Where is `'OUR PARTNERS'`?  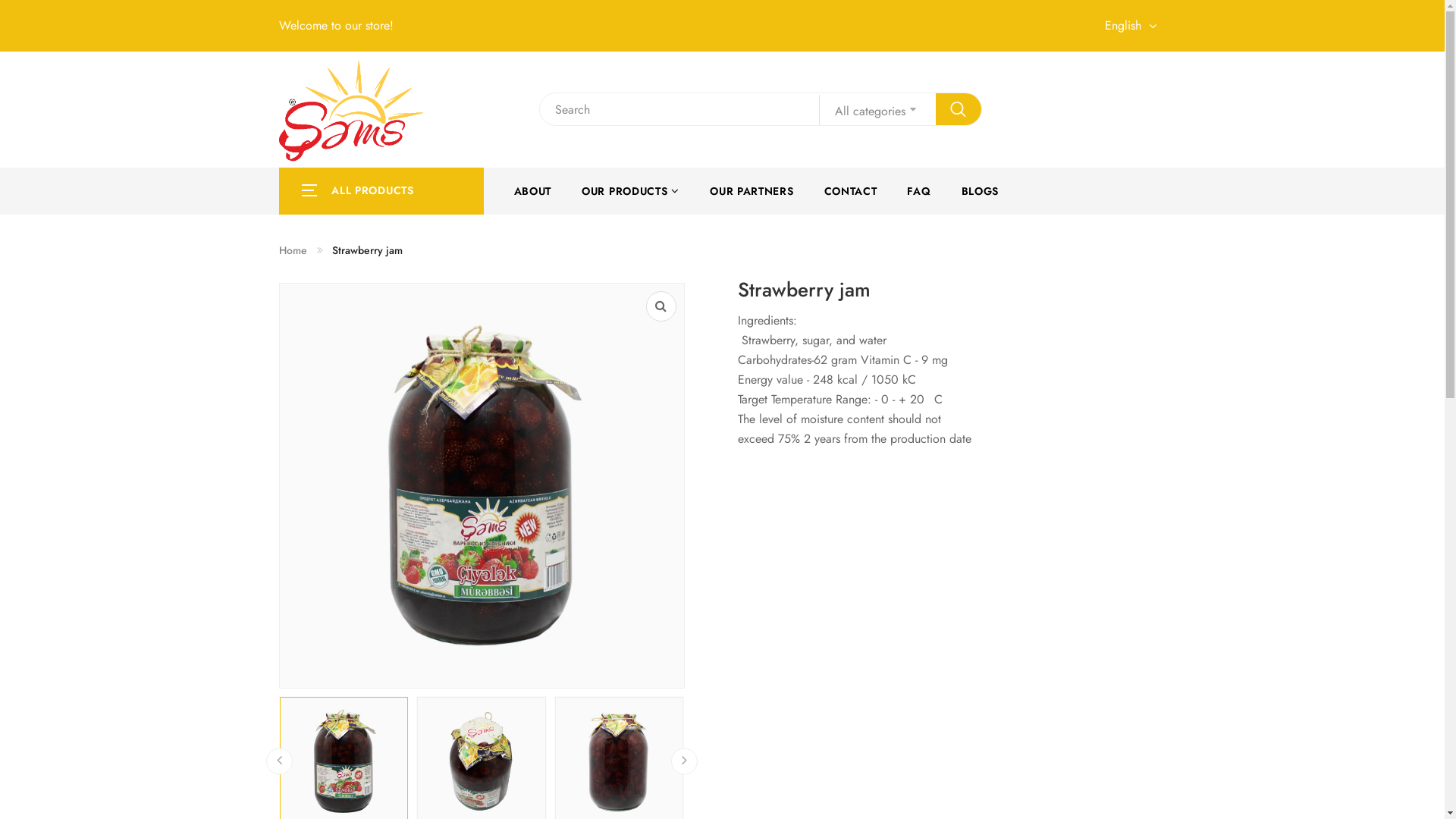
'OUR PARTNERS' is located at coordinates (751, 190).